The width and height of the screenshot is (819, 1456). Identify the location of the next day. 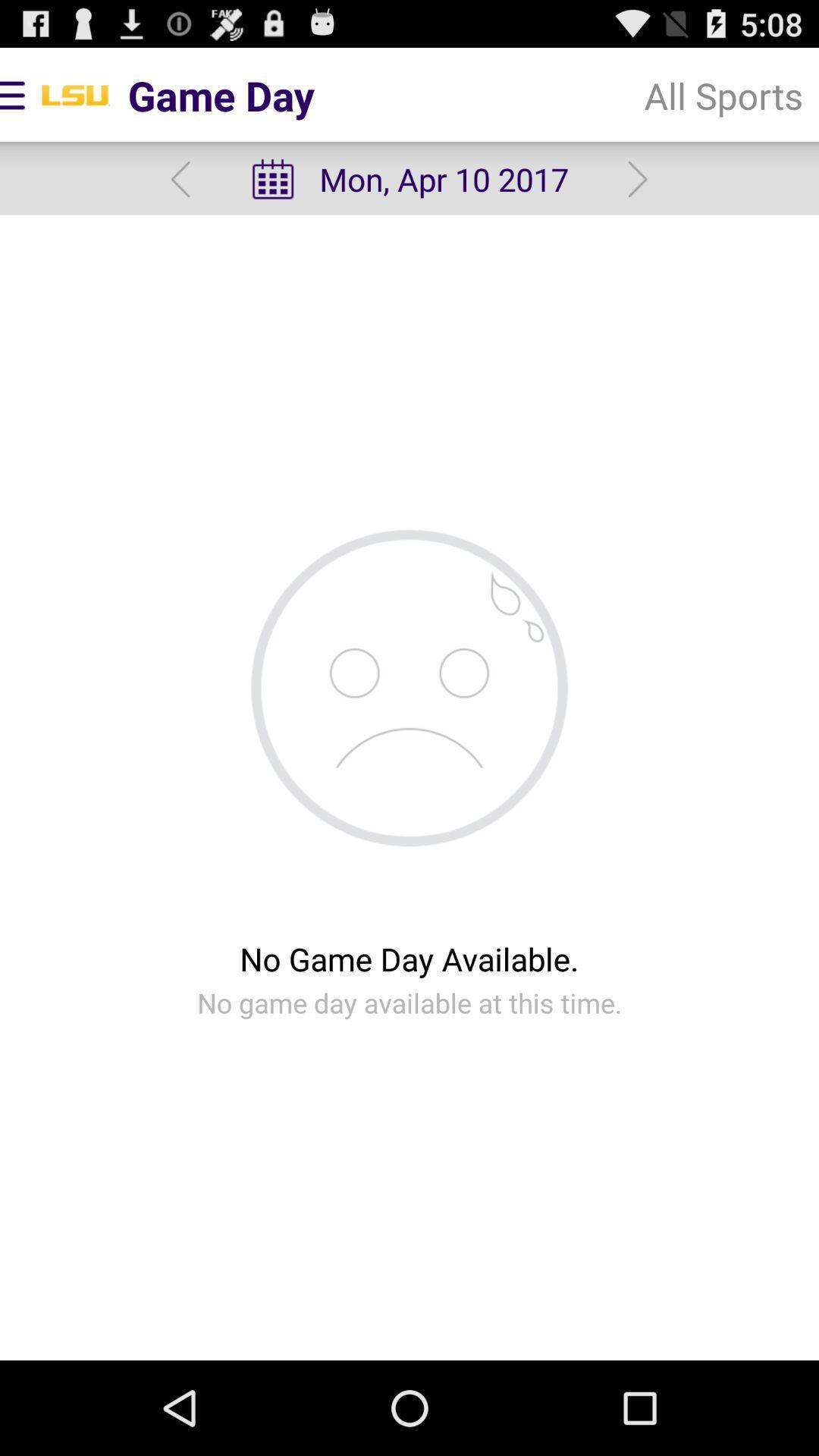
(638, 179).